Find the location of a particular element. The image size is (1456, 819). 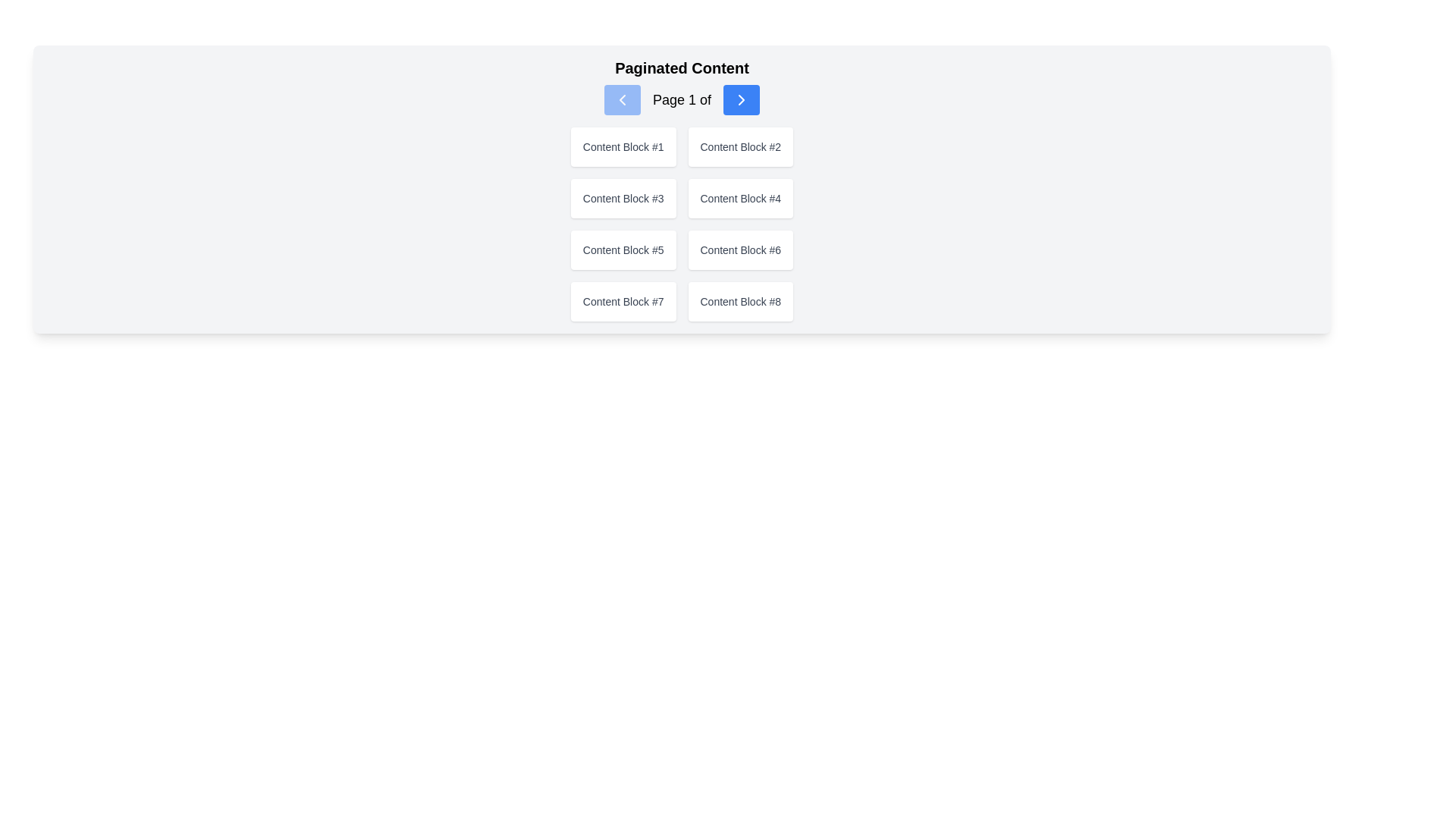

text label located in the first content block of the grid layout under the 'Paginated Content' title, positioned at the top-left corner of the grid is located at coordinates (623, 146).